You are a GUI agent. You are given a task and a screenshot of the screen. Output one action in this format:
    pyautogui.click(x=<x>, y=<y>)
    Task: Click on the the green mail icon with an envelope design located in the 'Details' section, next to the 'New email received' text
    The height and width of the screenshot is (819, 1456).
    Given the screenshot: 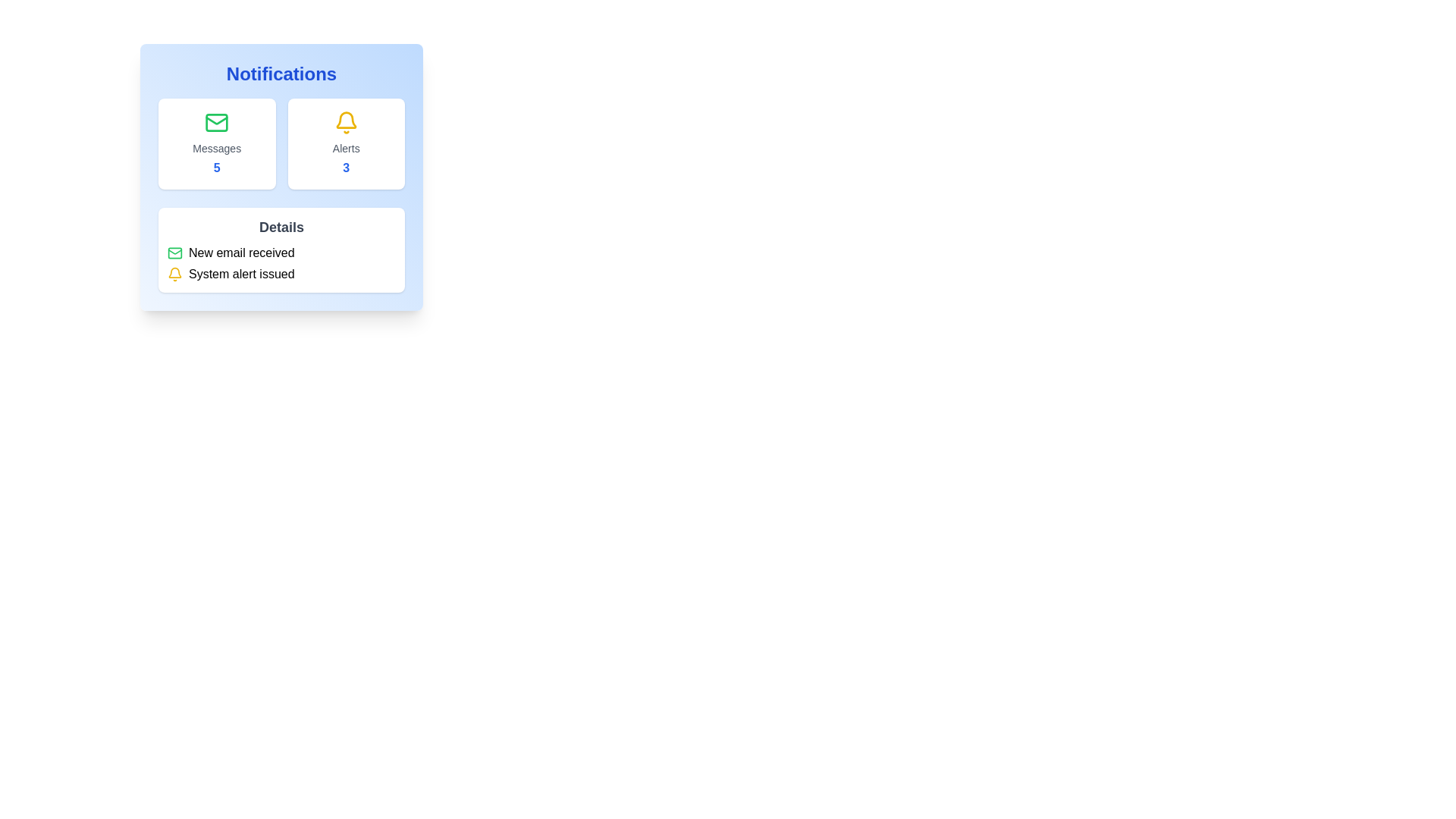 What is the action you would take?
    pyautogui.click(x=174, y=253)
    